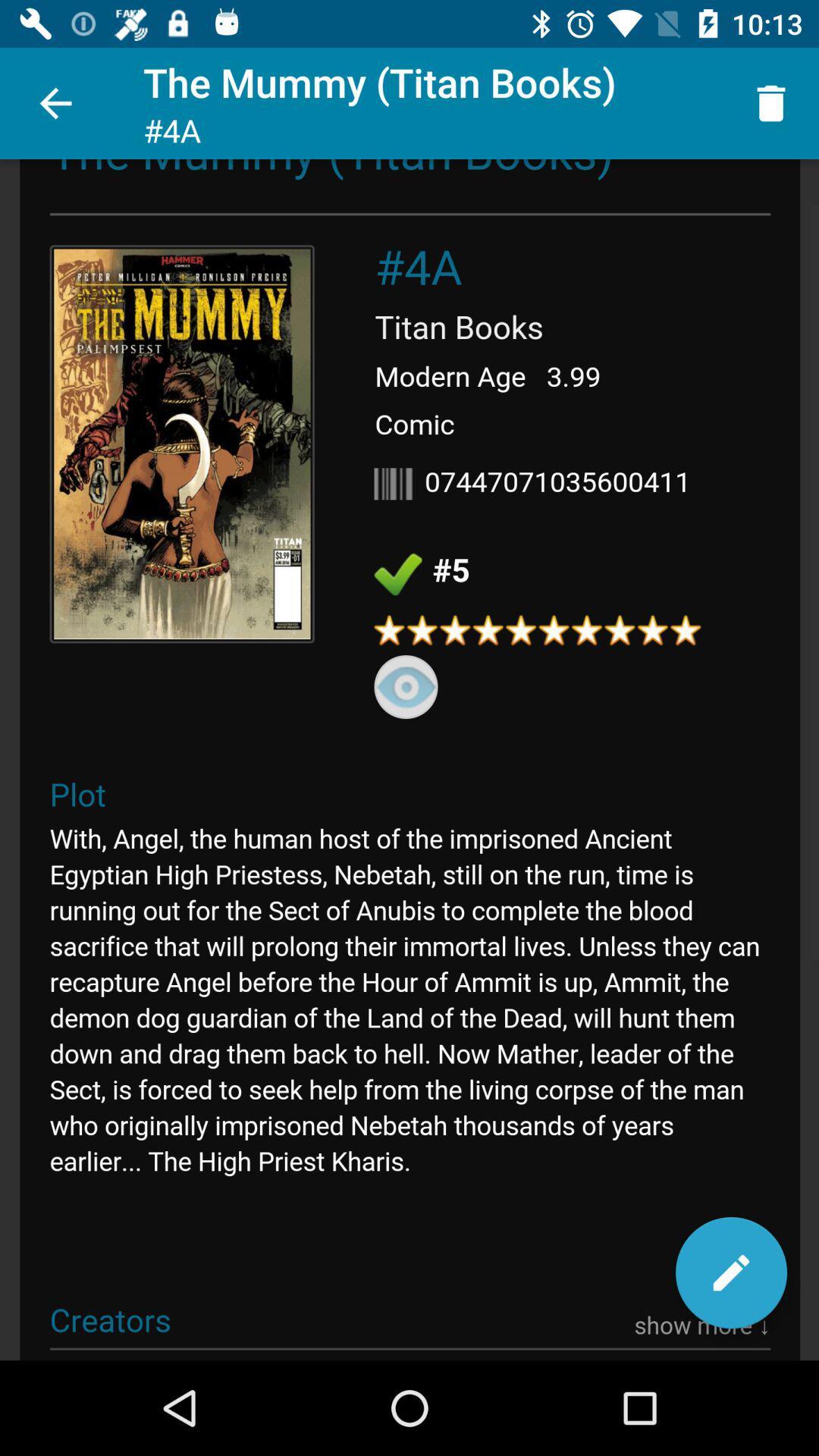 This screenshot has width=819, height=1456. I want to click on edit your input, so click(730, 1272).